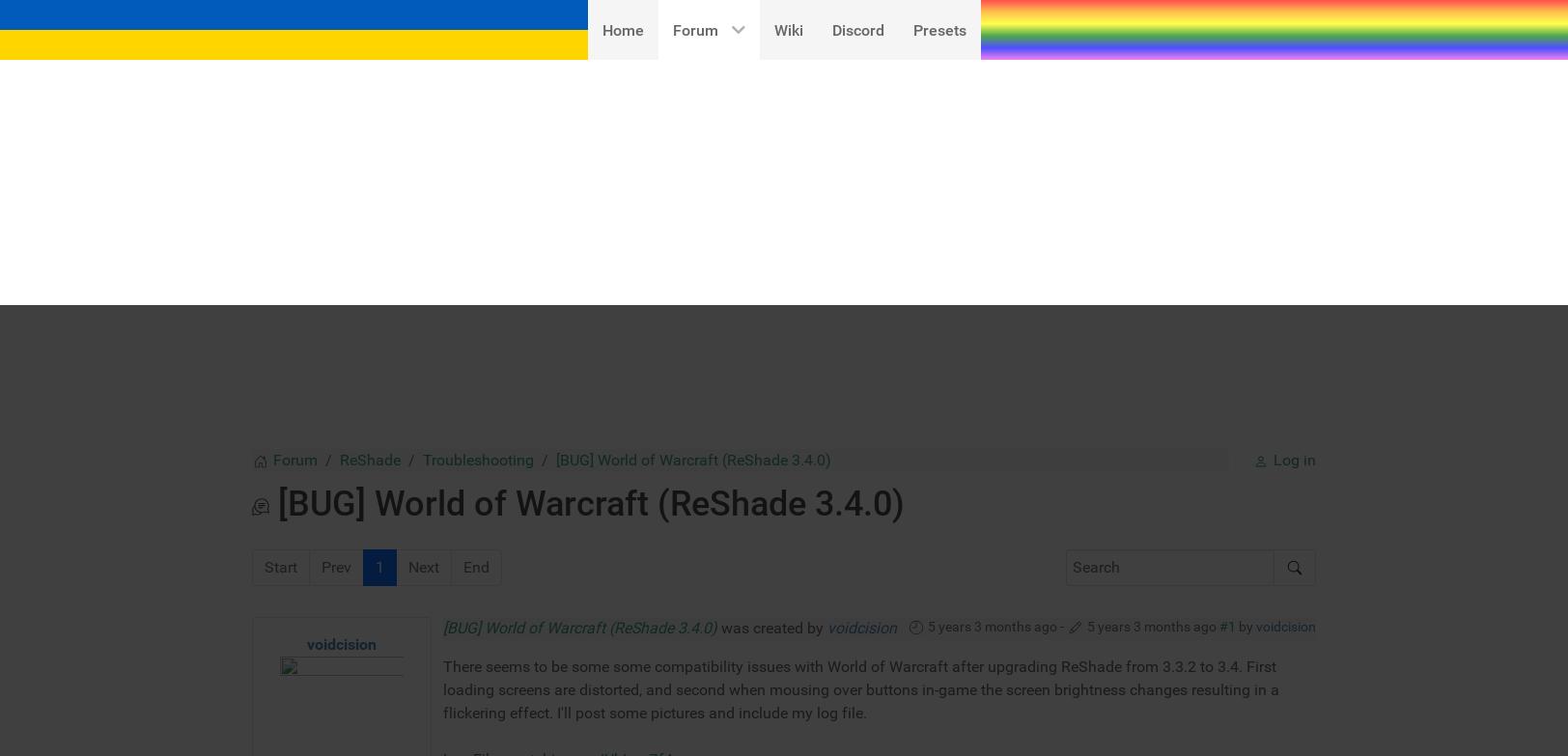 The height and width of the screenshot is (756, 1568). What do you see at coordinates (471, 452) in the screenshot?
I see `'Log File:'` at bounding box center [471, 452].